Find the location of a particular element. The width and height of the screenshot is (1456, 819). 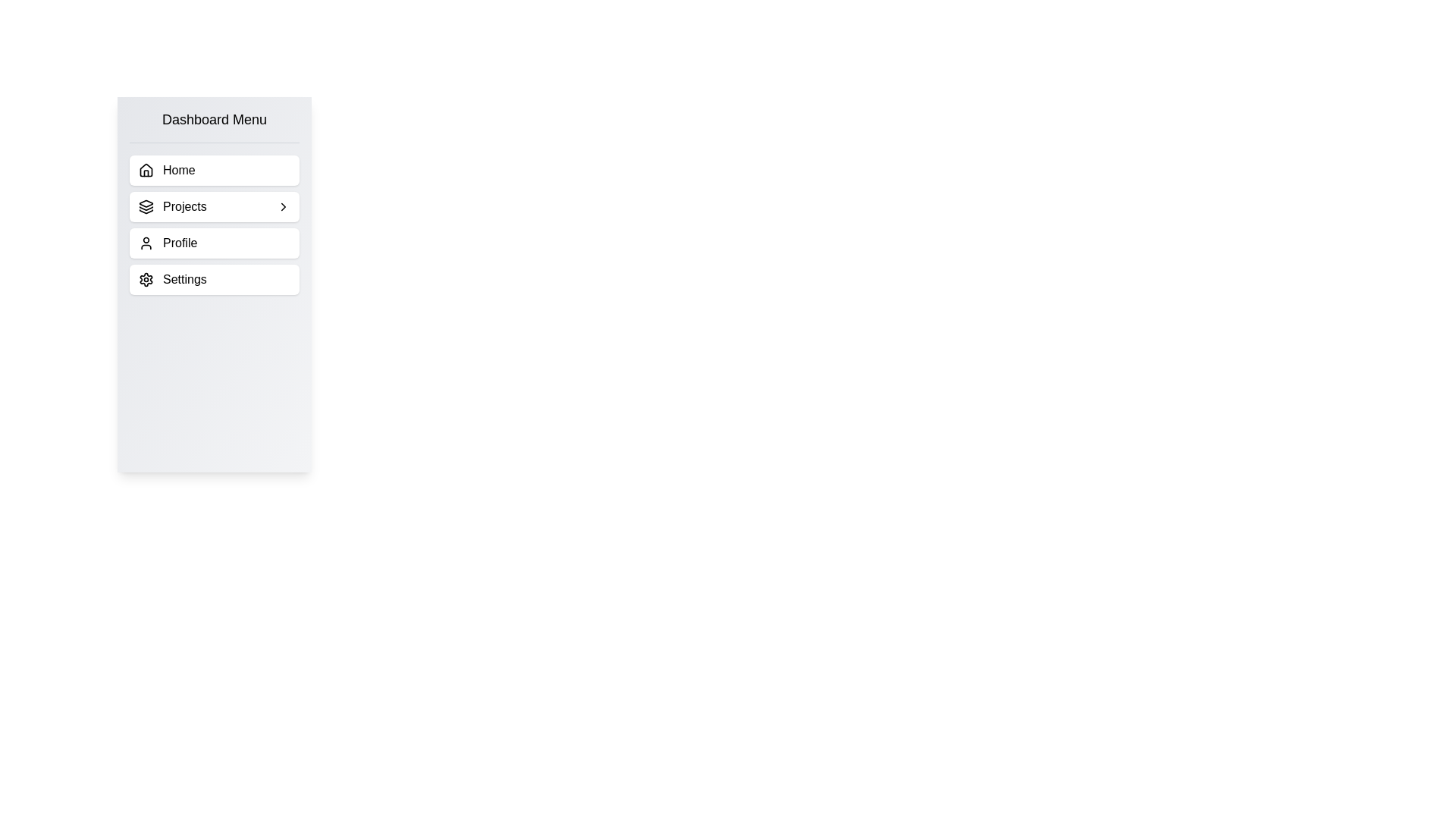

the cogwheel icon in the Settings section of the vertical navigation menu is located at coordinates (146, 280).